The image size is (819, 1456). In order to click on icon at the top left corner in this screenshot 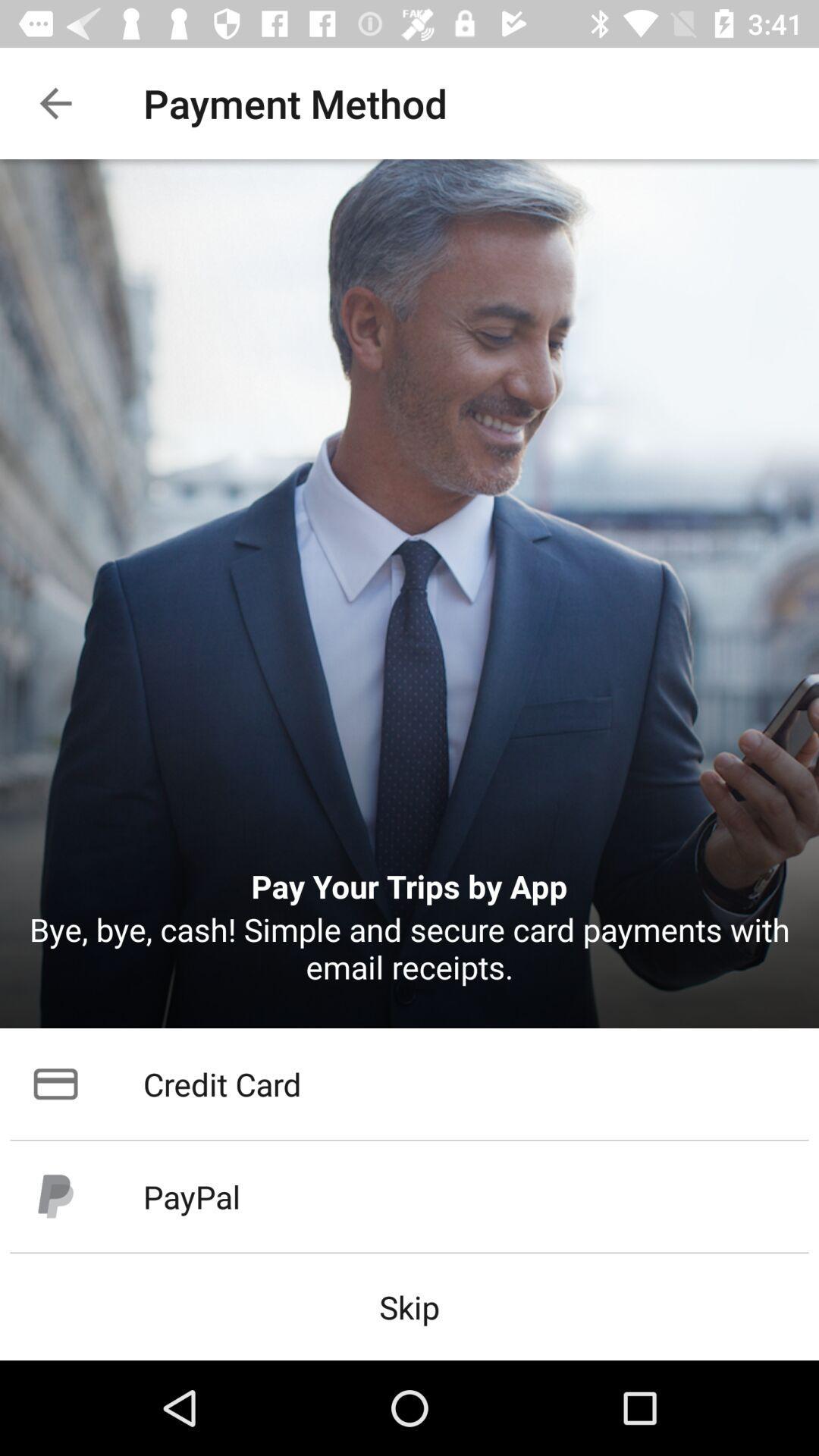, I will do `click(55, 102)`.